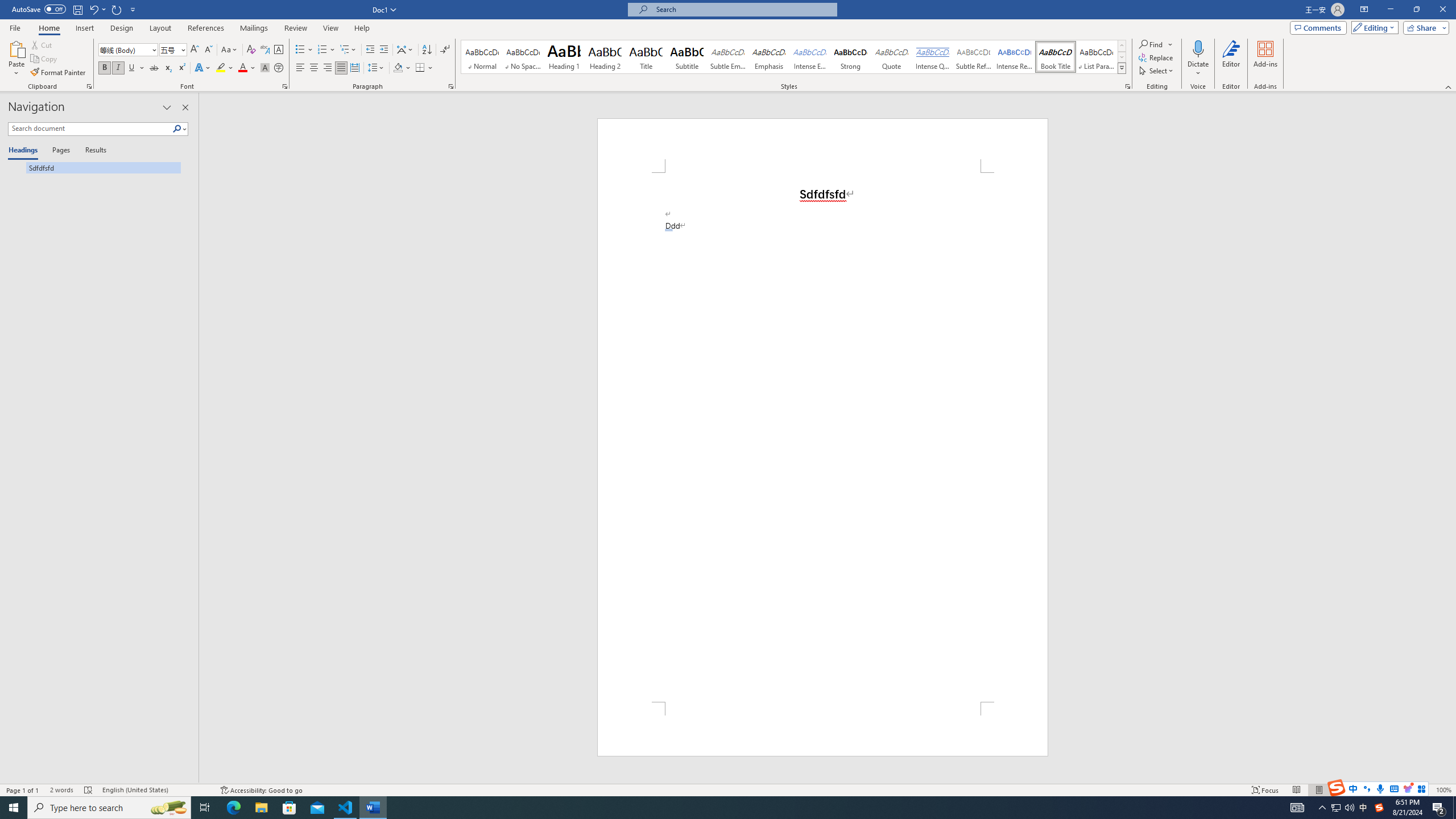 The image size is (1456, 819). What do you see at coordinates (1392, 790) in the screenshot?
I see `'Zoom'` at bounding box center [1392, 790].